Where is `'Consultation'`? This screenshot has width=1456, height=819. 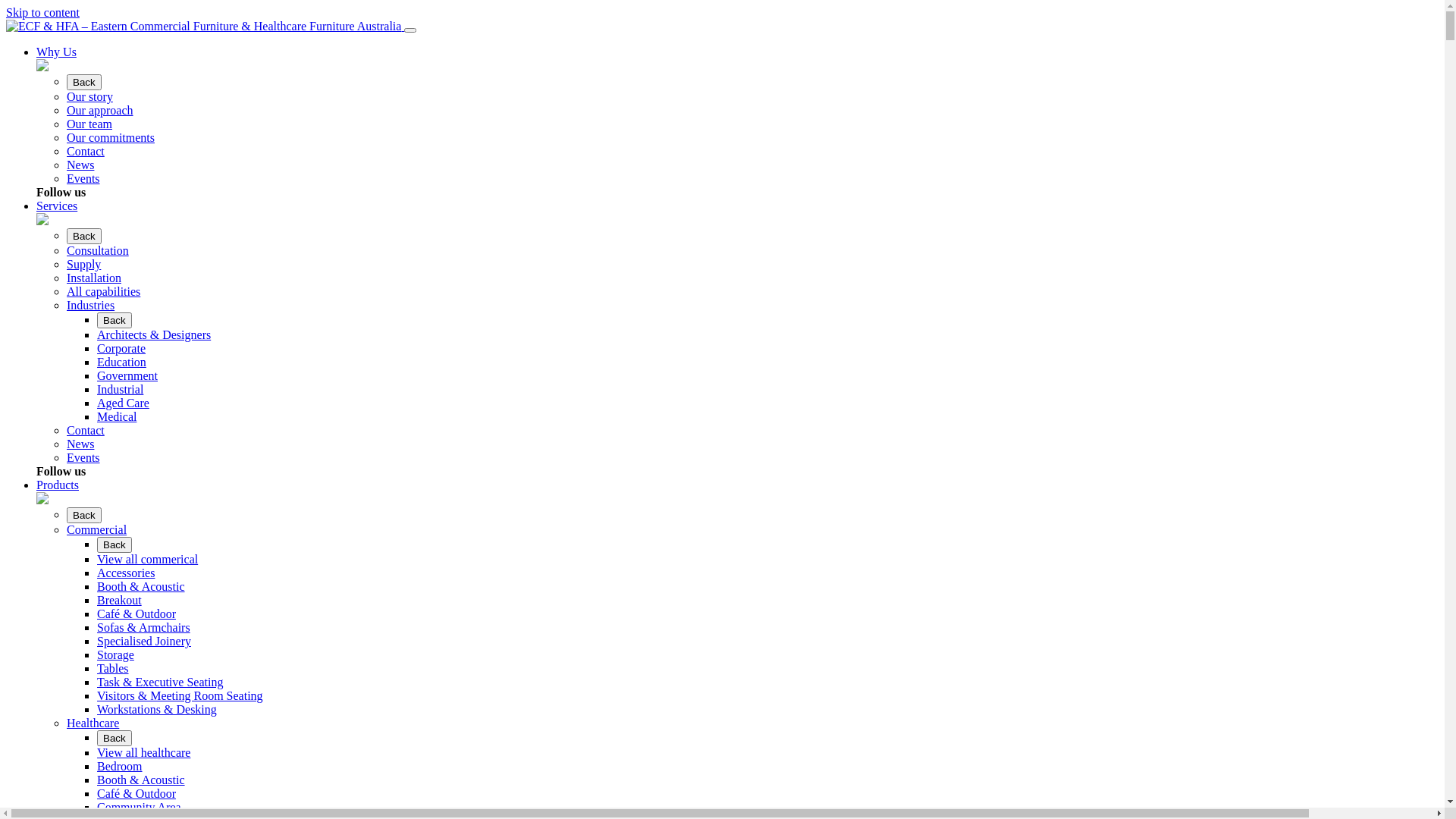
'Consultation' is located at coordinates (65, 249).